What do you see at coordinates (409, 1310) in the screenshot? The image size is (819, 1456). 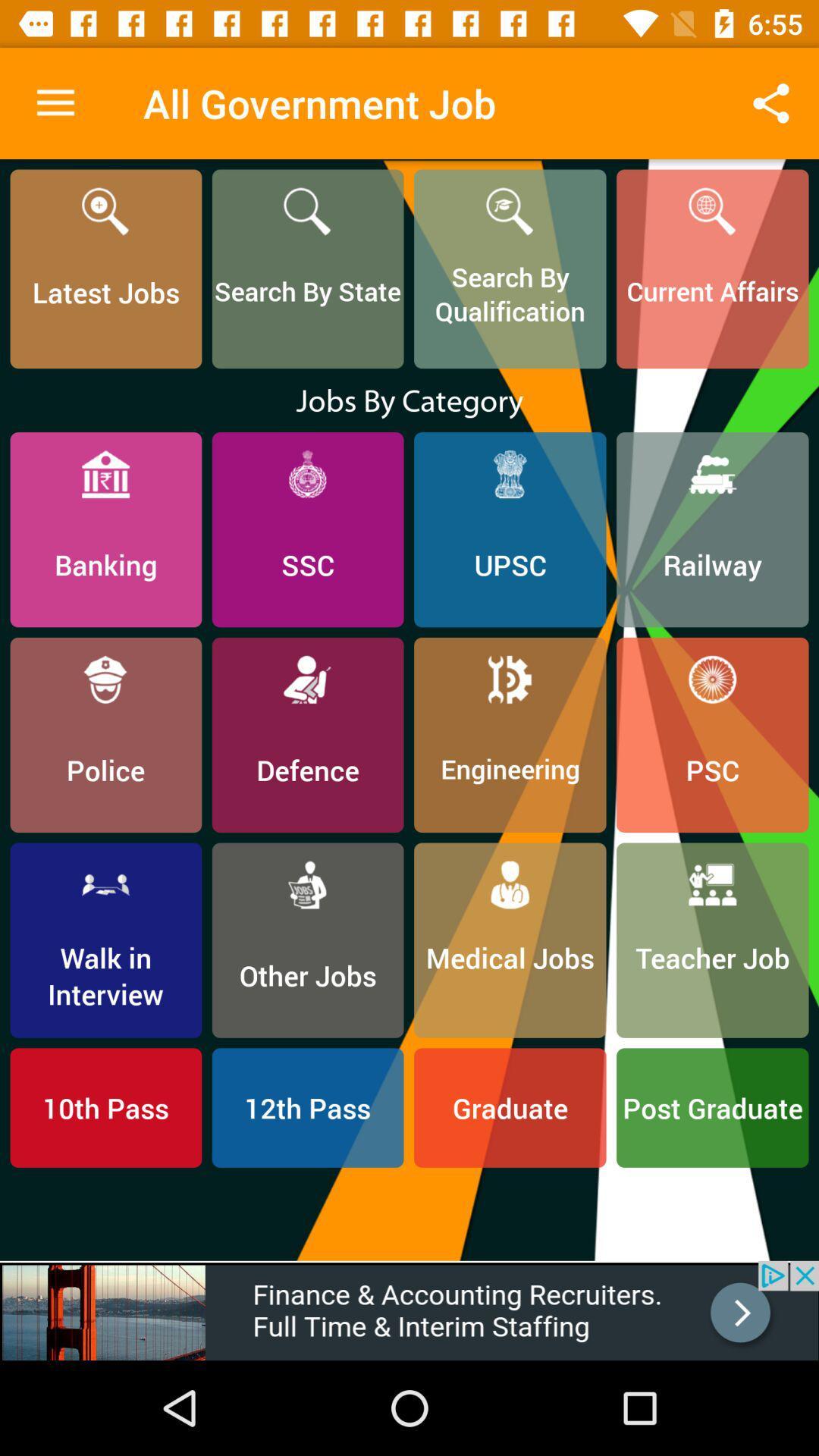 I see `advertisement page` at bounding box center [409, 1310].